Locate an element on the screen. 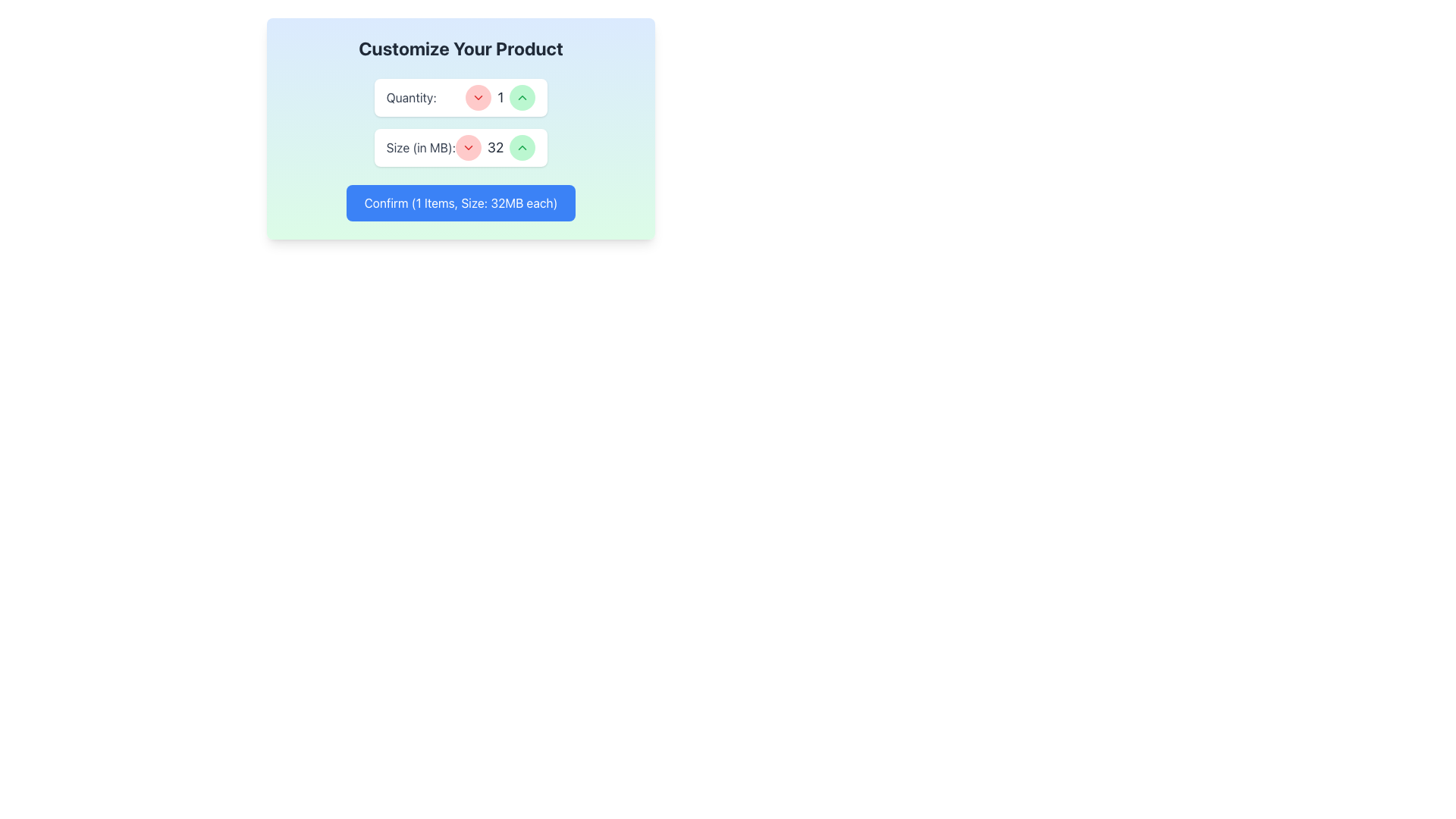  the increment button on the Interactive Card to increase the size value displayed in MB is located at coordinates (460, 148).